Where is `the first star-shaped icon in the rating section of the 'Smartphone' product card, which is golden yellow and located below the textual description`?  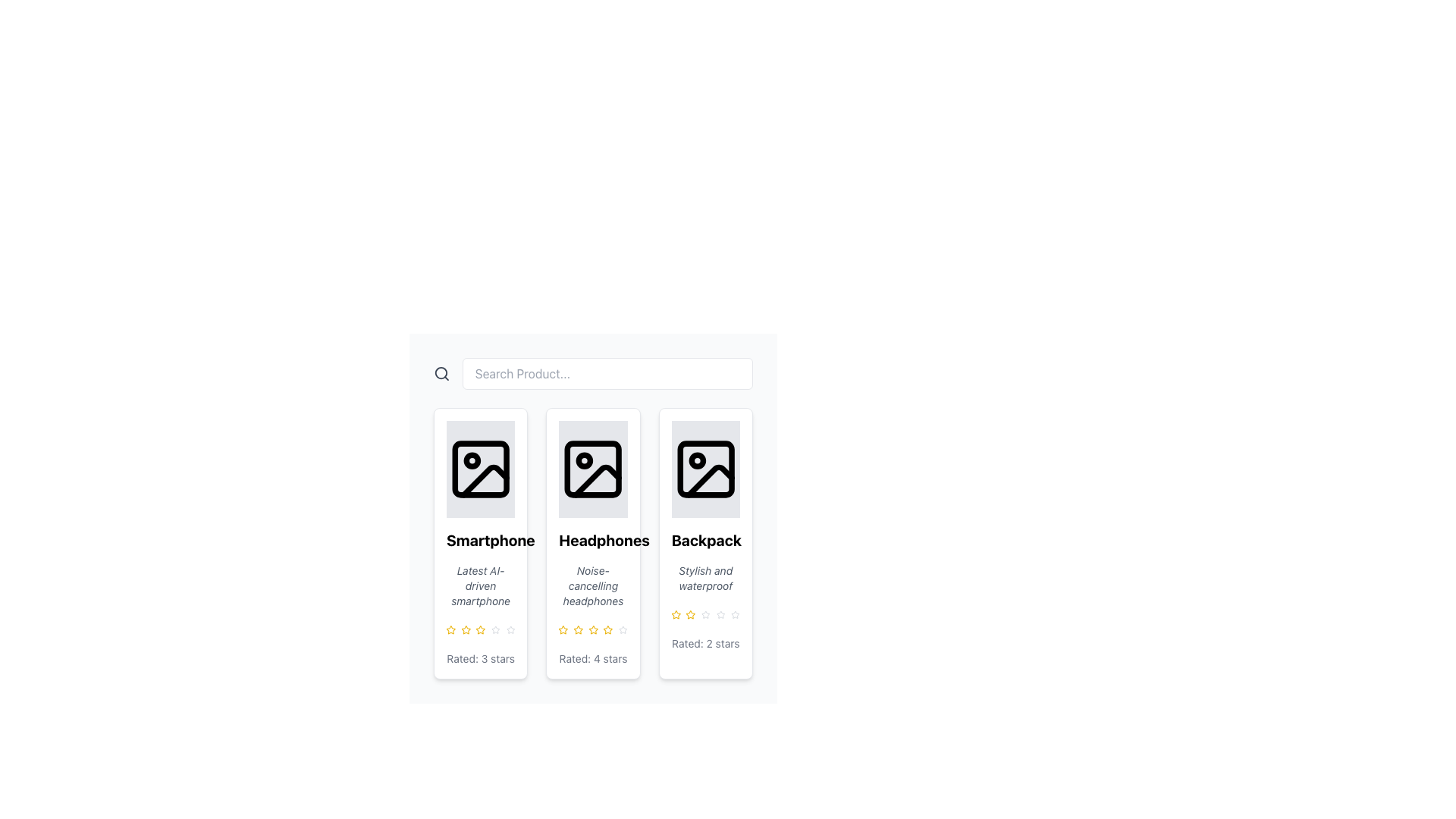 the first star-shaped icon in the rating section of the 'Smartphone' product card, which is golden yellow and located below the textual description is located at coordinates (450, 629).